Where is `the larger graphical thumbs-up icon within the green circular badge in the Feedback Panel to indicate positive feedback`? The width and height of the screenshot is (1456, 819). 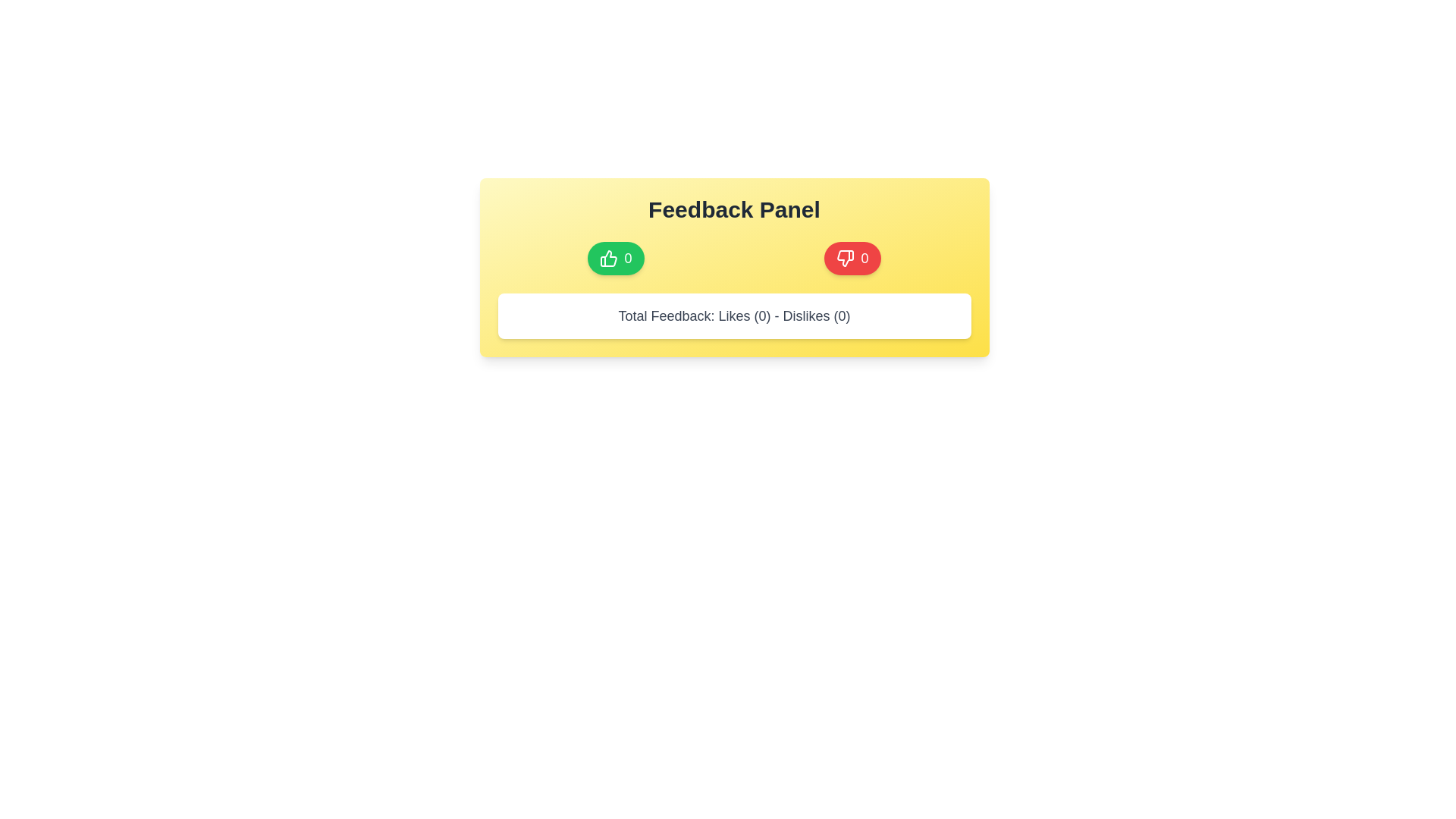 the larger graphical thumbs-up icon within the green circular badge in the Feedback Panel to indicate positive feedback is located at coordinates (609, 257).